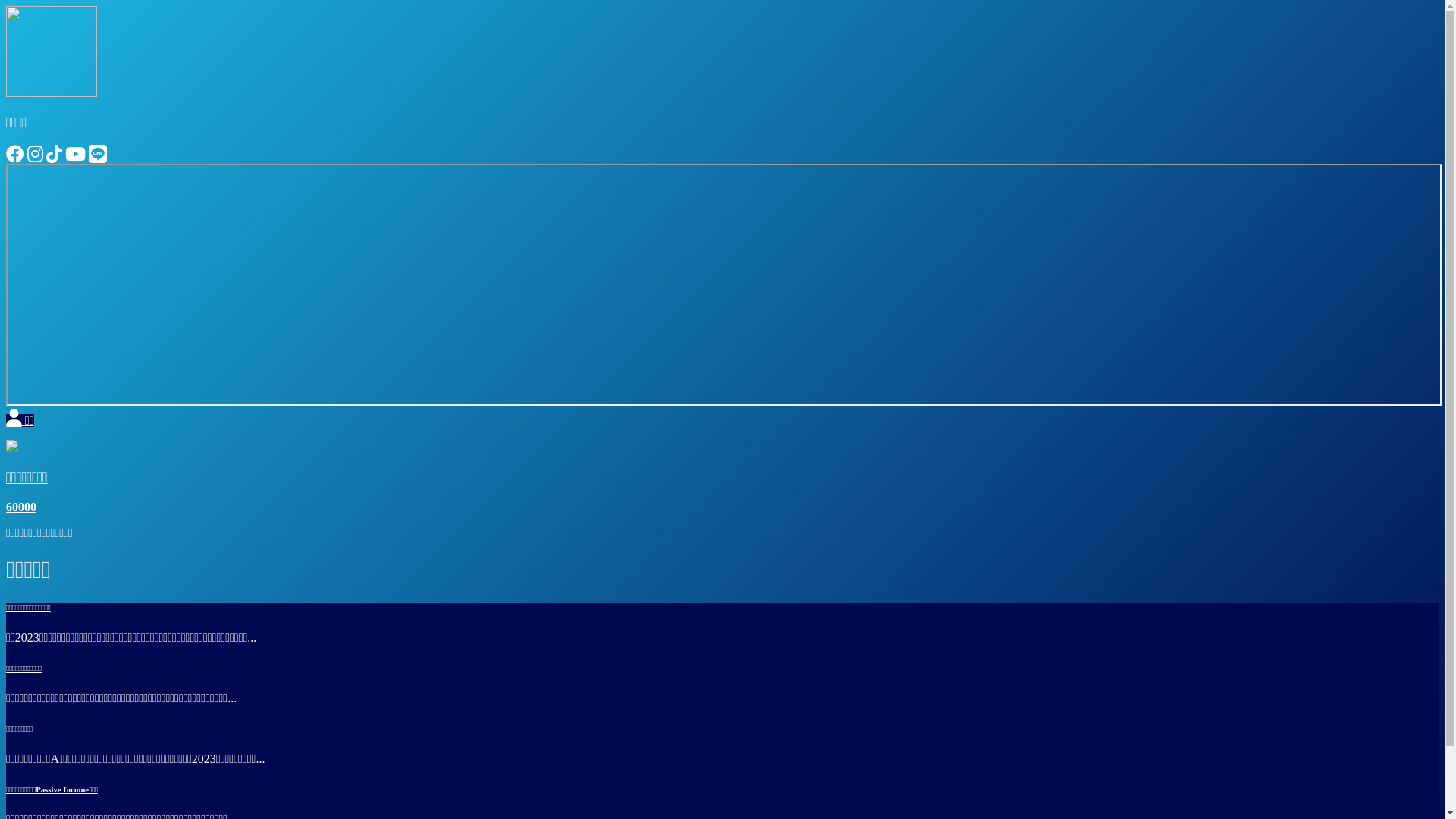 This screenshot has height=819, width=1456. Describe the element at coordinates (54, 156) in the screenshot. I see `'Tiktok'` at that location.